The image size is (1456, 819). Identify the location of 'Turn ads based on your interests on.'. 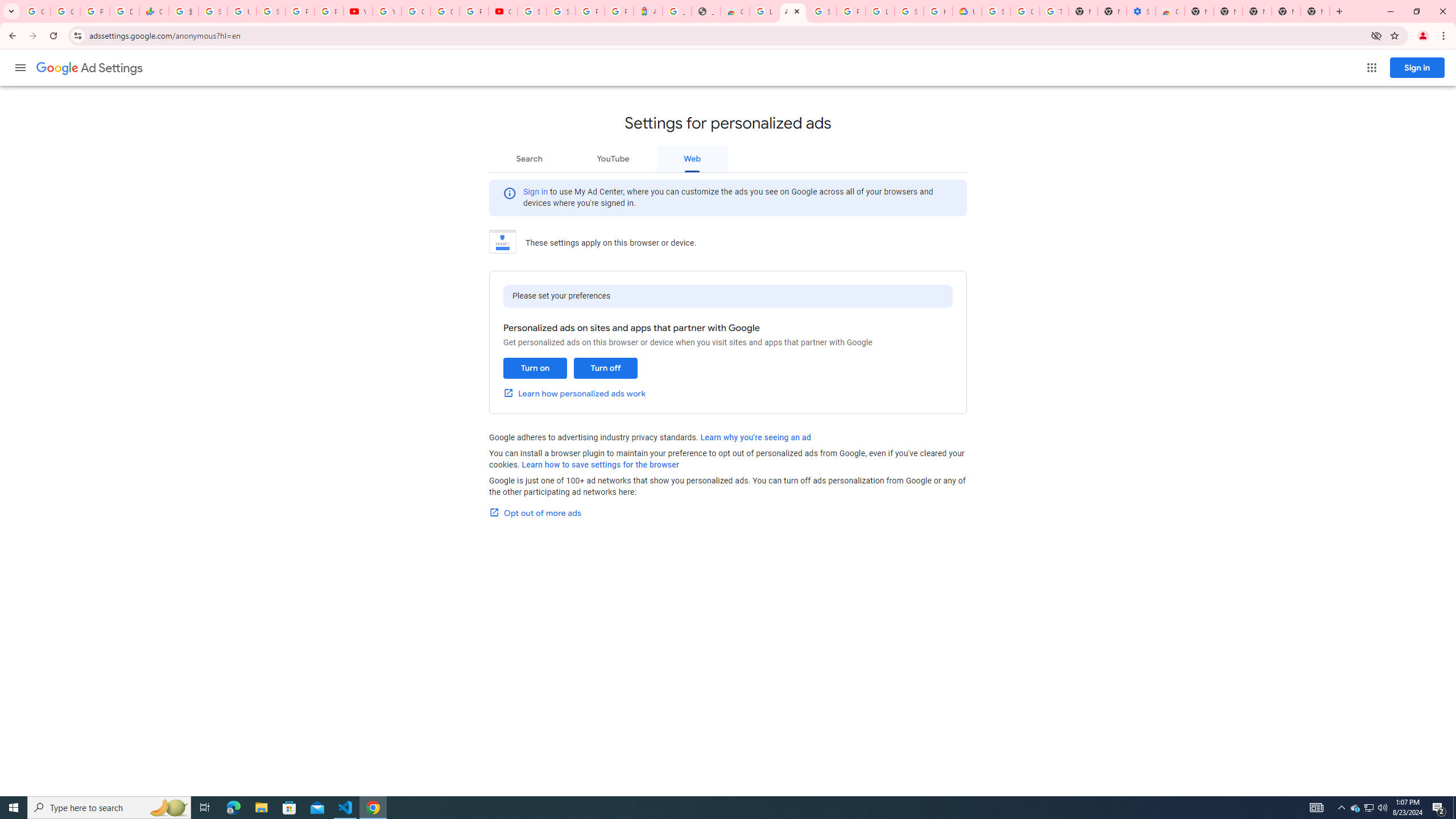
(534, 368).